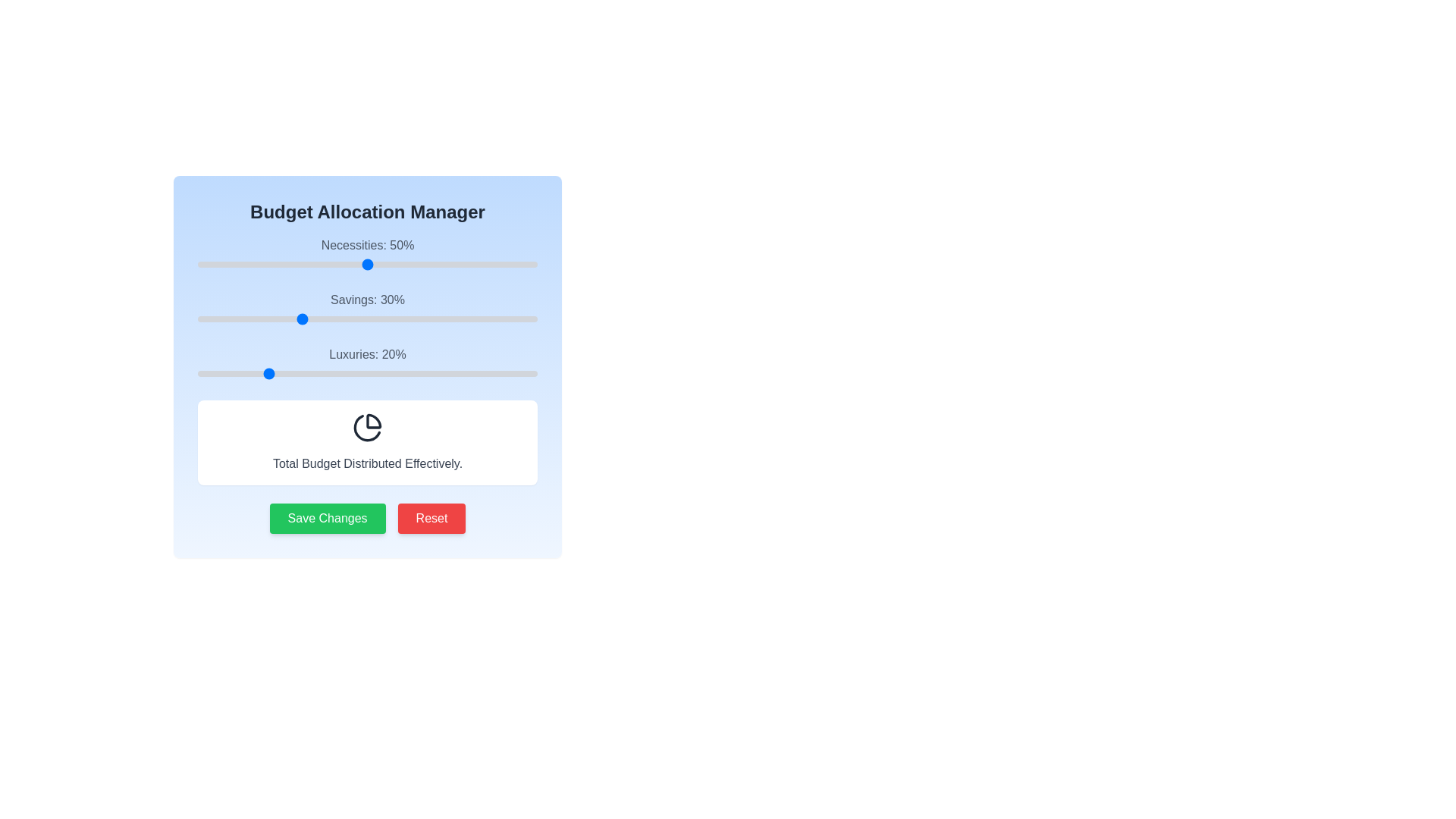 The image size is (1456, 819). What do you see at coordinates (458, 318) in the screenshot?
I see `savings percentage` at bounding box center [458, 318].